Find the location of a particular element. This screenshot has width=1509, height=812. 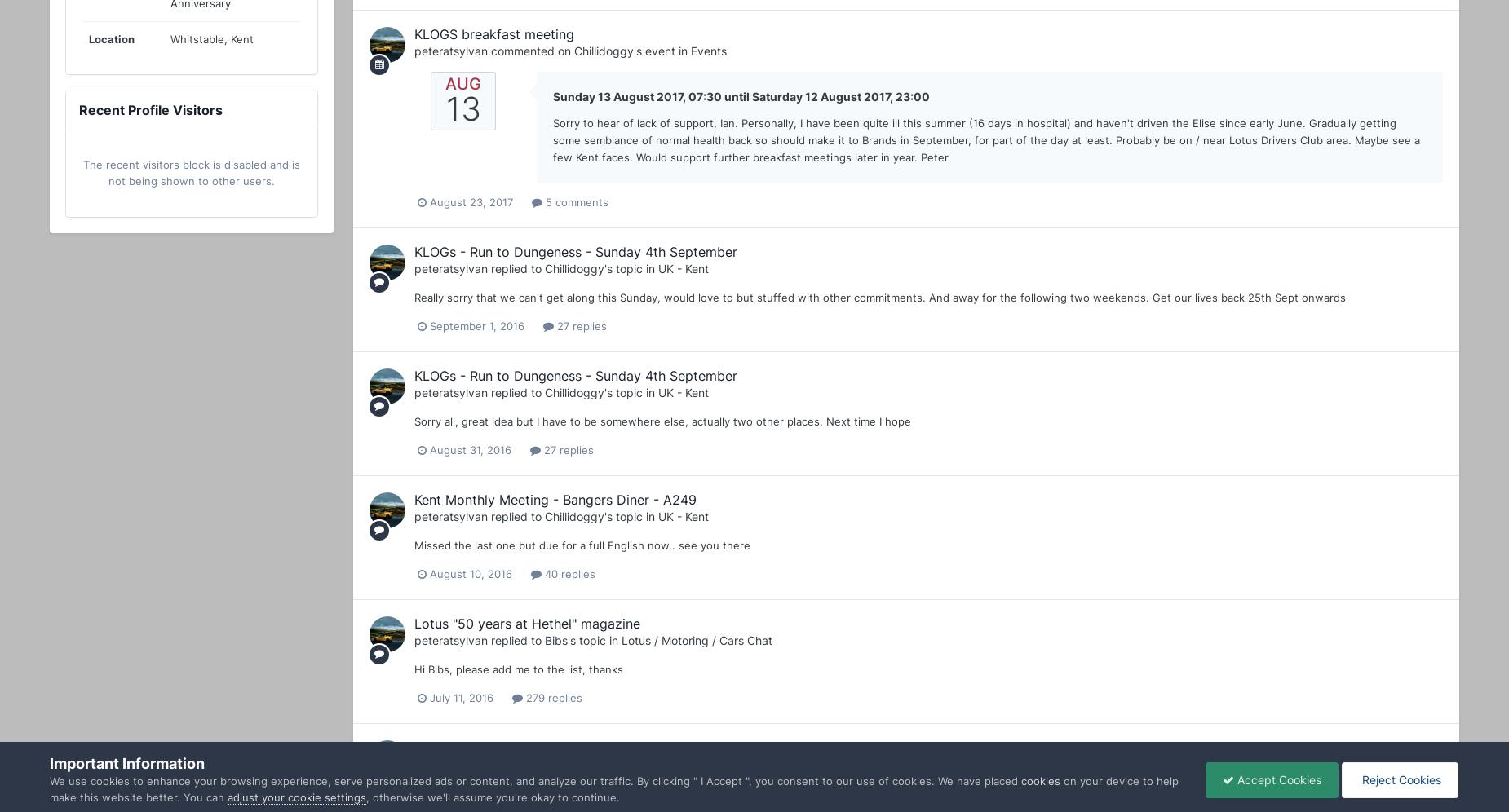

'commented on' is located at coordinates (531, 50).